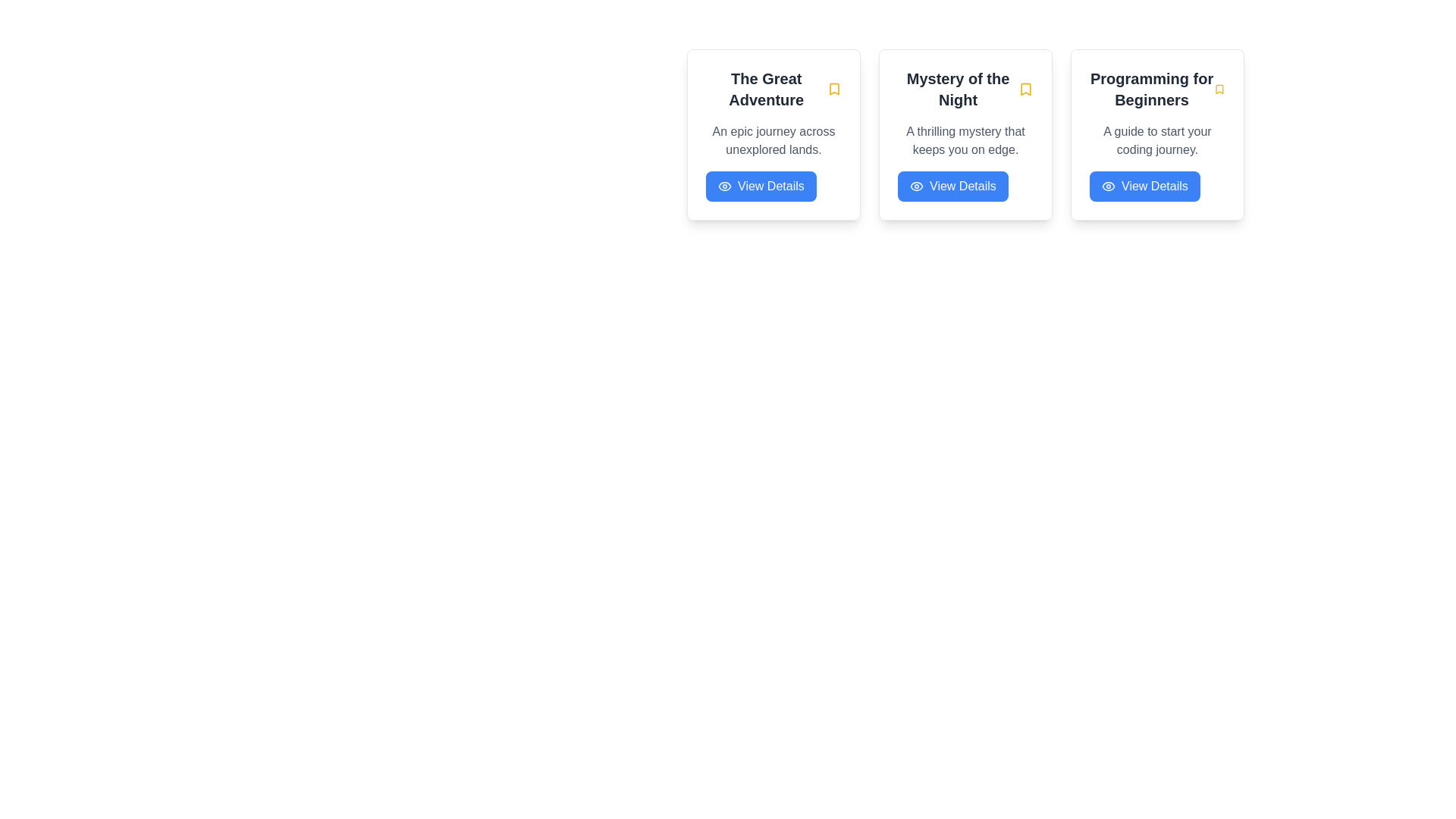 This screenshot has width=1456, height=819. Describe the element at coordinates (1156, 140) in the screenshot. I see `the text that reads 'A guide to start your coding journey.' which is styled in gray color and located below the title 'Programming for Beginners' in the third card from the left` at that location.